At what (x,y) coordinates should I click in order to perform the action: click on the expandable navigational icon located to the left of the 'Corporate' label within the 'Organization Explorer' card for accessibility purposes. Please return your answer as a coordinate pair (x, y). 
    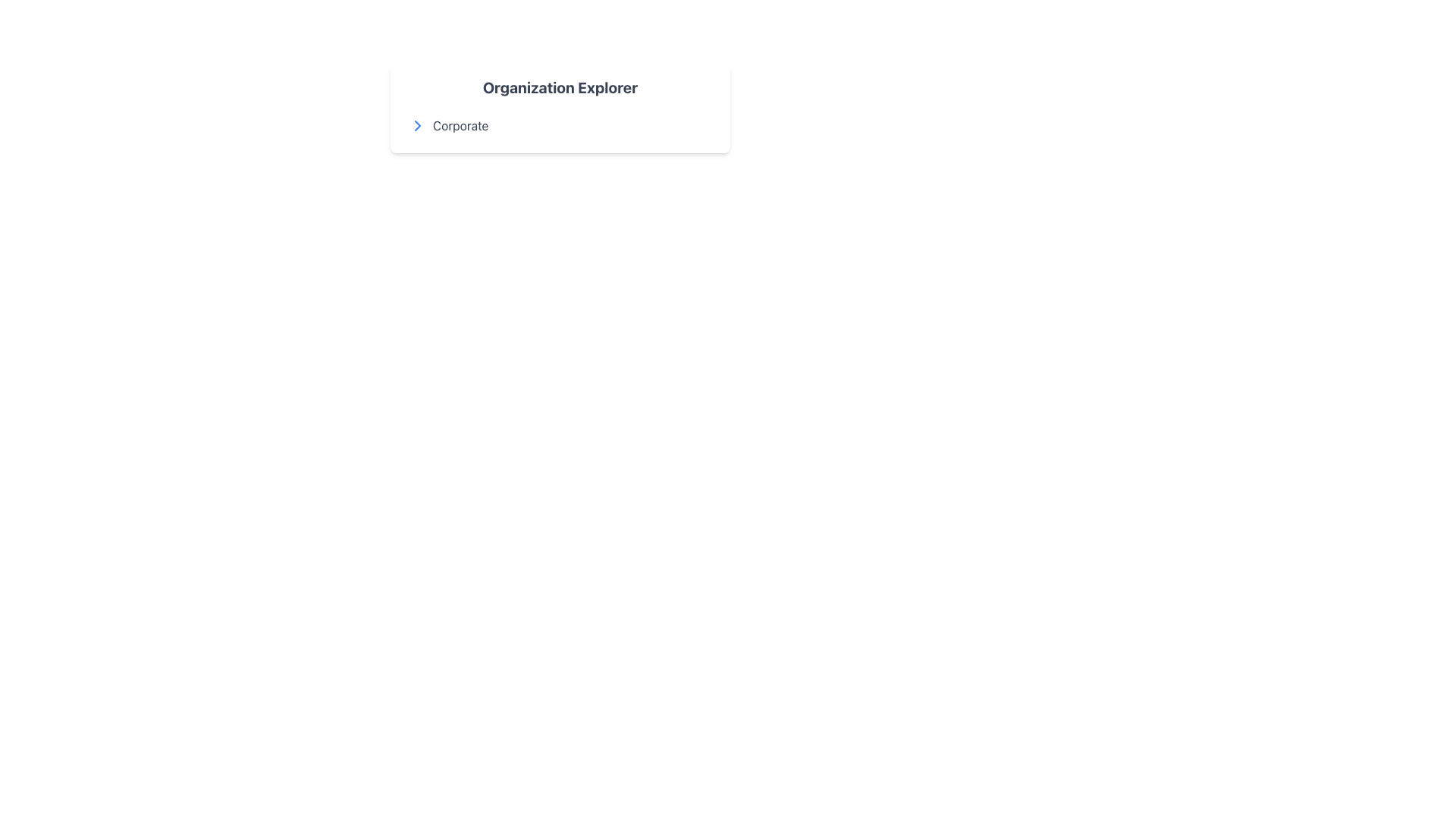
    Looking at the image, I should click on (418, 124).